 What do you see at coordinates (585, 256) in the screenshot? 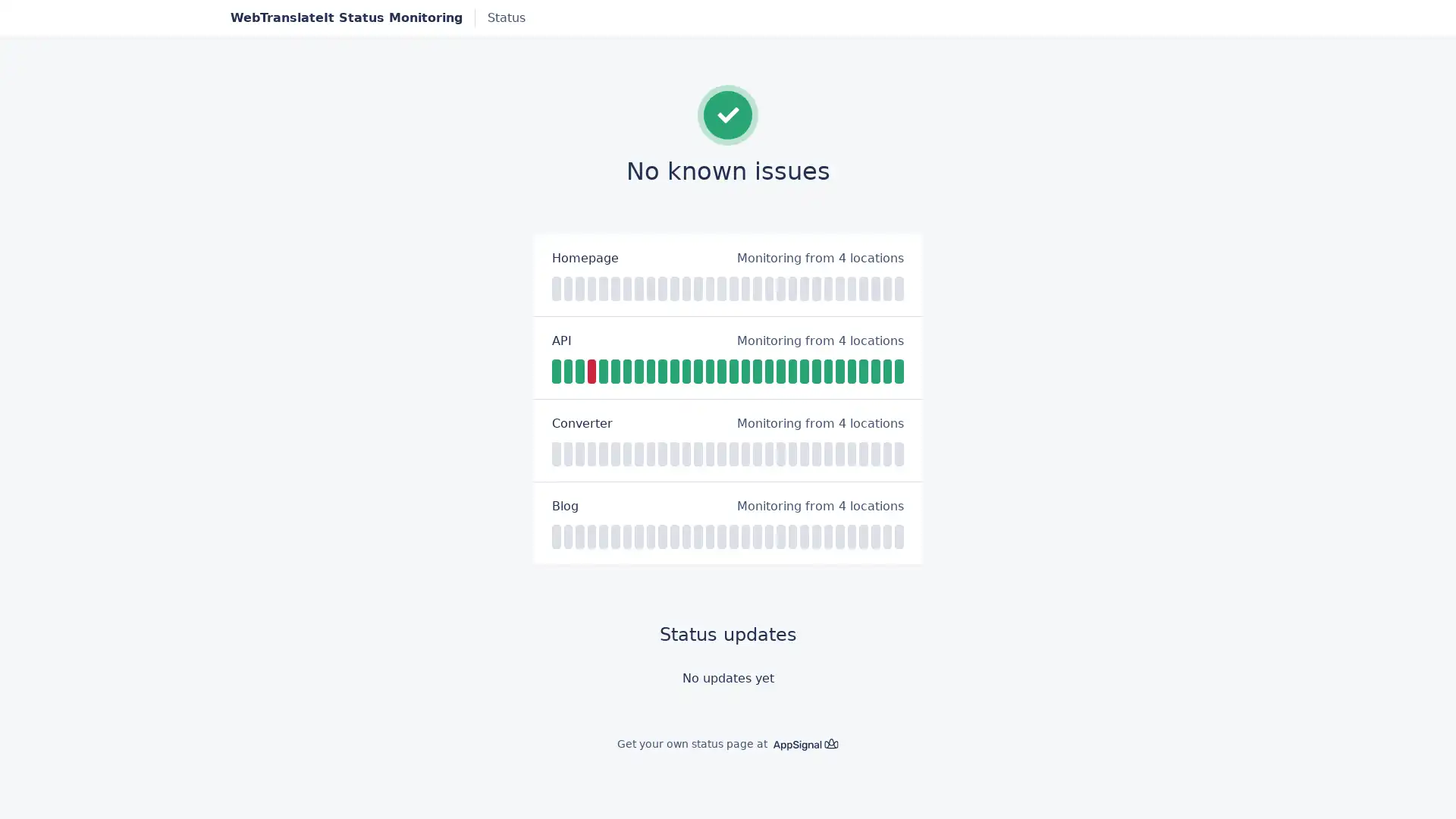
I see `Homepage` at bounding box center [585, 256].